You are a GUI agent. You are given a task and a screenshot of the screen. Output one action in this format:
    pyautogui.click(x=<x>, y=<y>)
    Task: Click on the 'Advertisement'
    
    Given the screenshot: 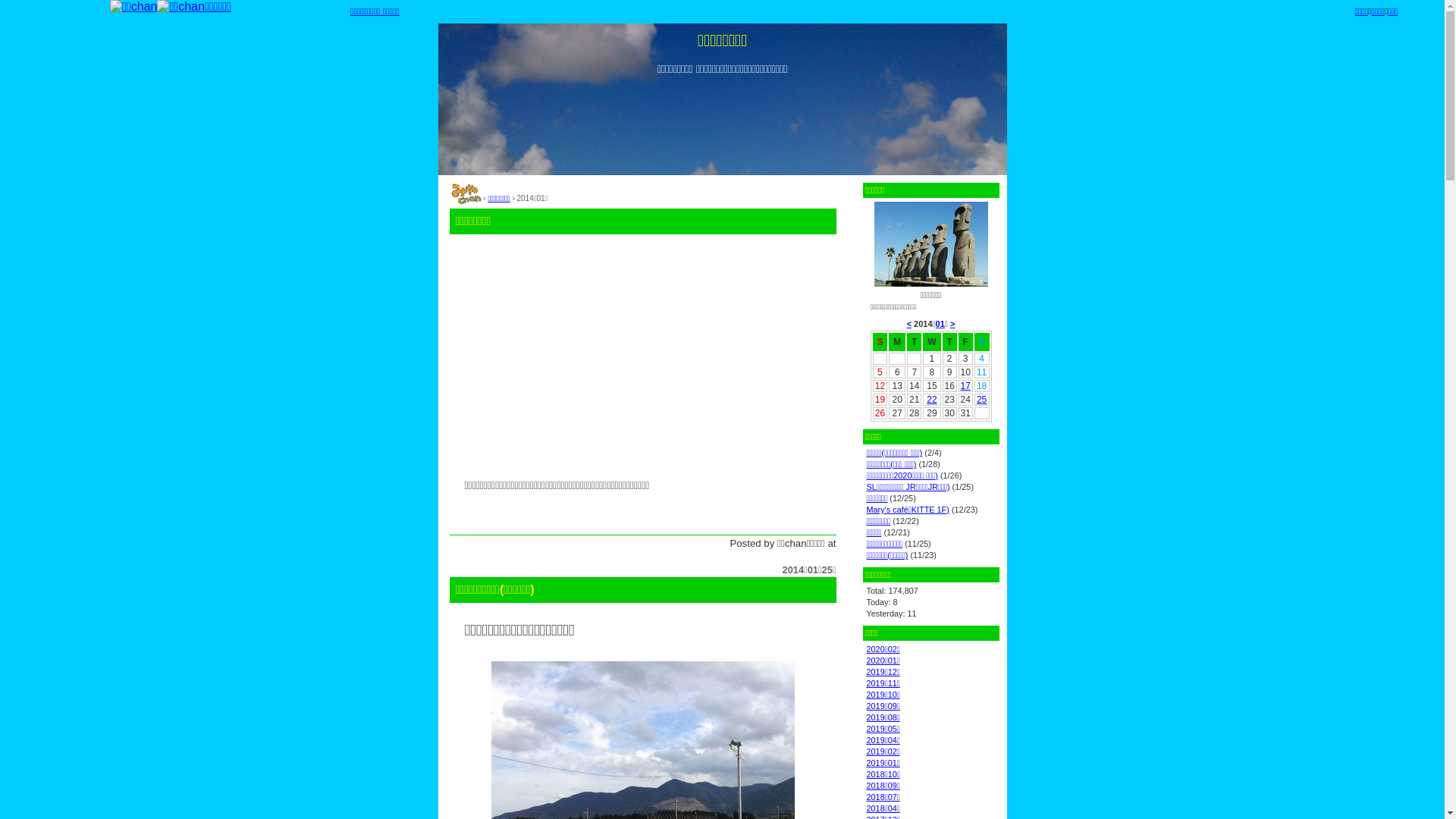 What is the action you would take?
    pyautogui.click(x=642, y=356)
    